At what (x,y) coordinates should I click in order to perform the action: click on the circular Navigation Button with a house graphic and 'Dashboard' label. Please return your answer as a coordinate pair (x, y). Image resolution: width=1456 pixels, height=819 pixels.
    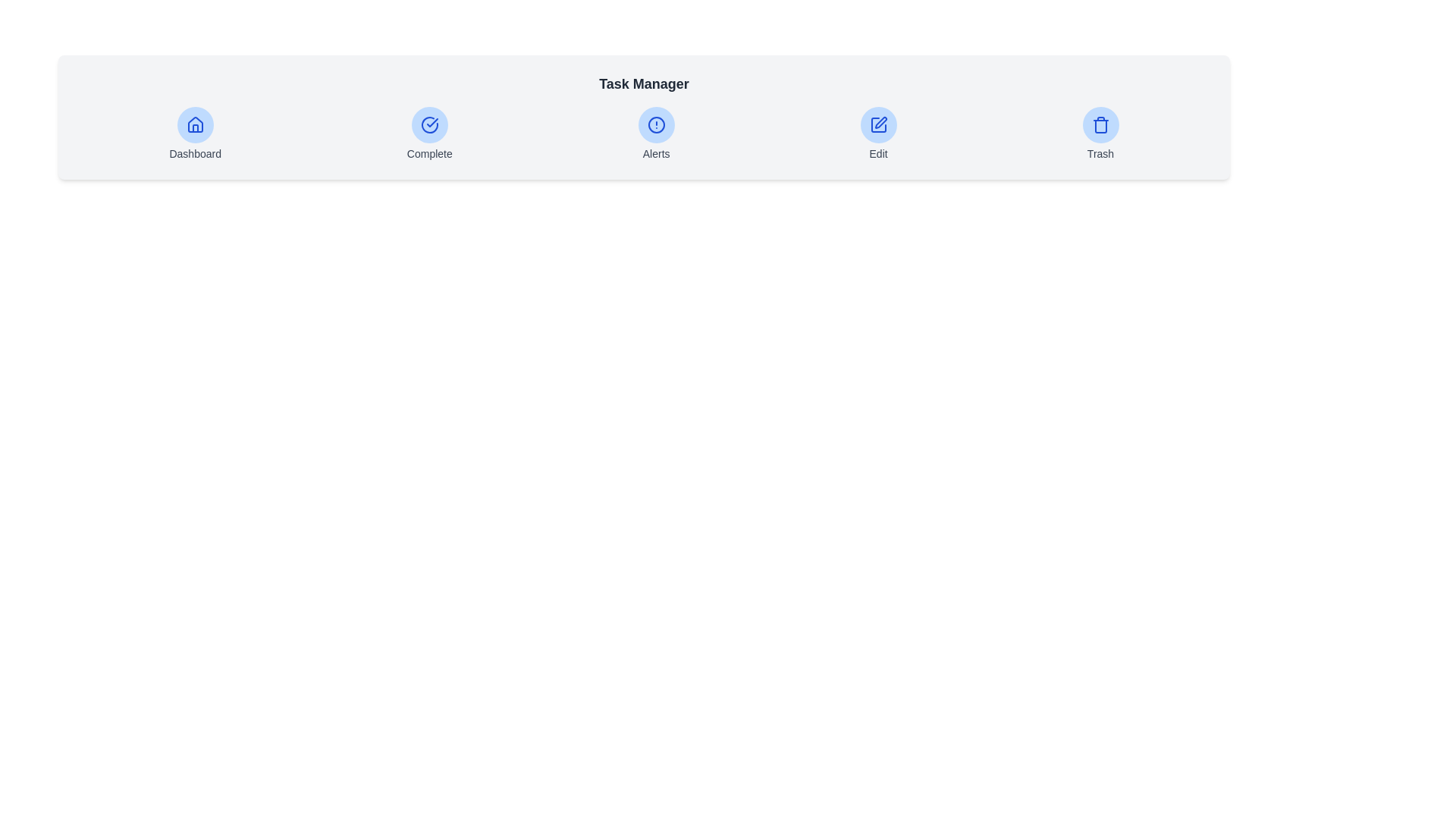
    Looking at the image, I should click on (194, 133).